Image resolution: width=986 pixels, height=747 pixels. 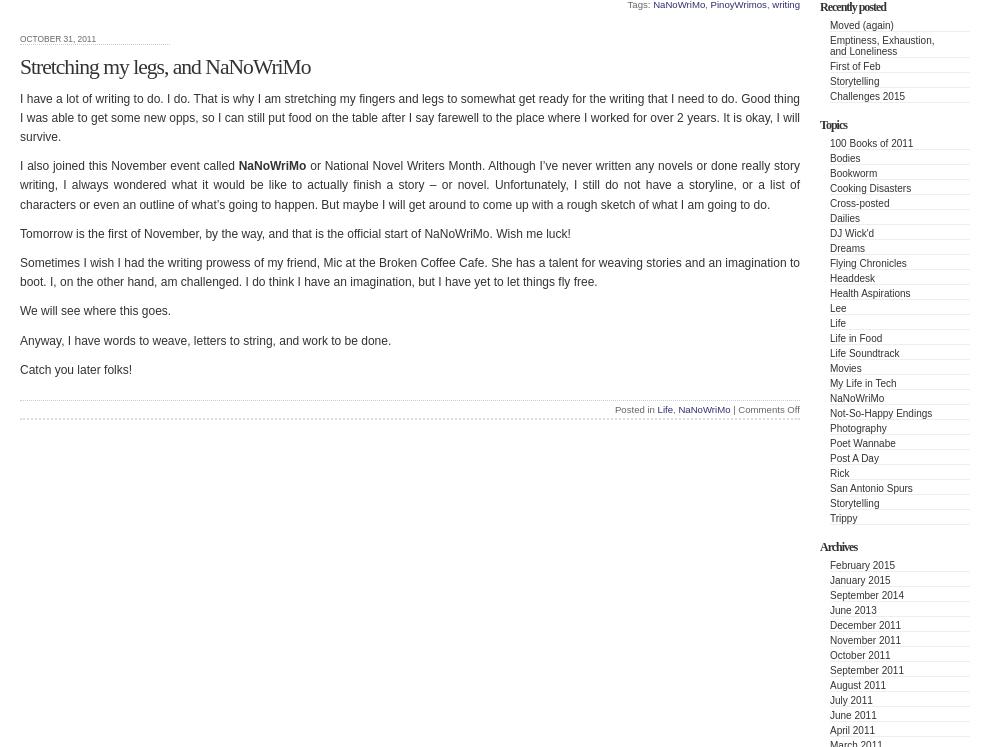 I want to click on 'Health Aspirations', so click(x=869, y=291).